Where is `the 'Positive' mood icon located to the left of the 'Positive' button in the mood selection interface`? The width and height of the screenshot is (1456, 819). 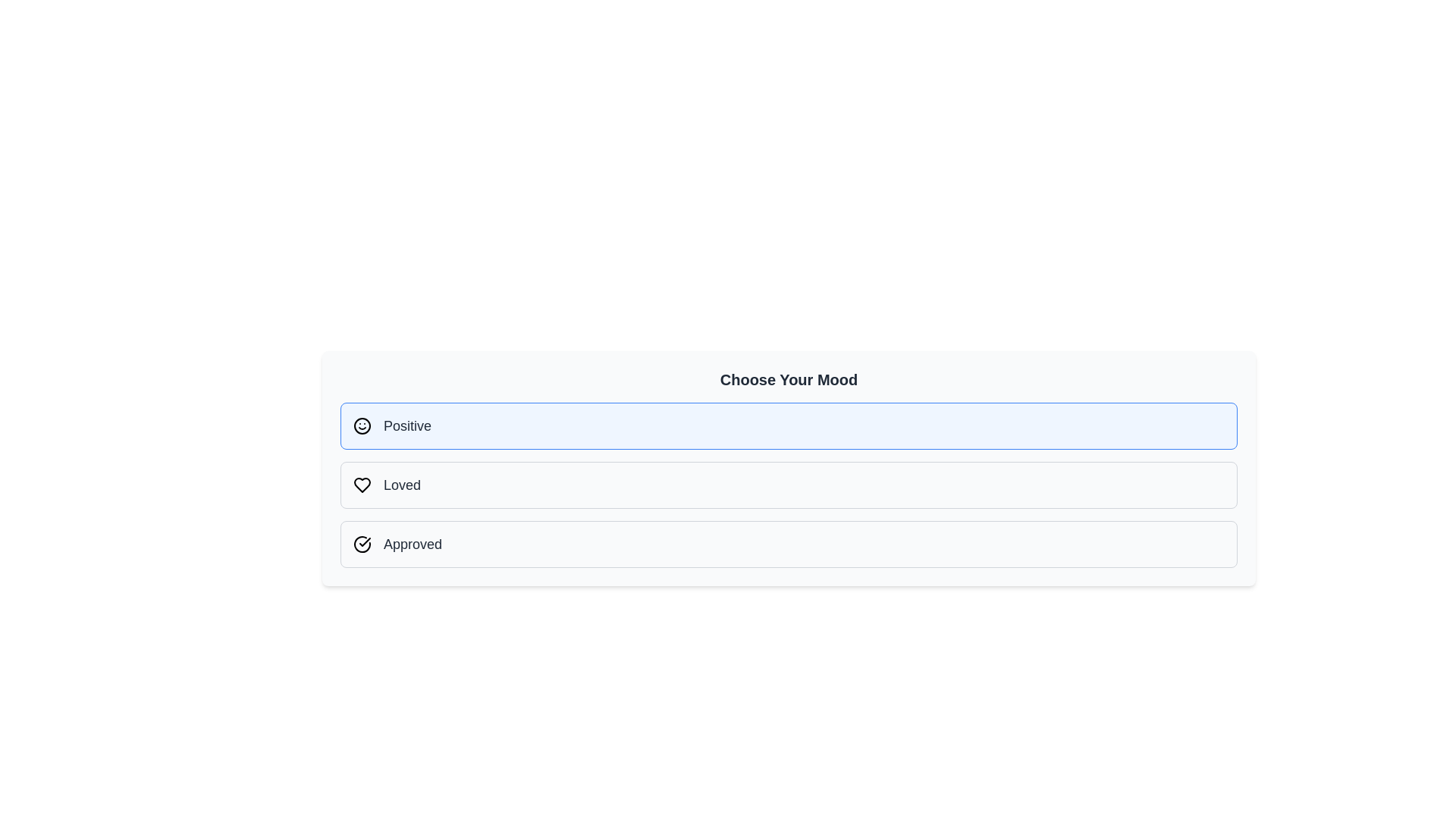 the 'Positive' mood icon located to the left of the 'Positive' button in the mood selection interface is located at coordinates (362, 426).